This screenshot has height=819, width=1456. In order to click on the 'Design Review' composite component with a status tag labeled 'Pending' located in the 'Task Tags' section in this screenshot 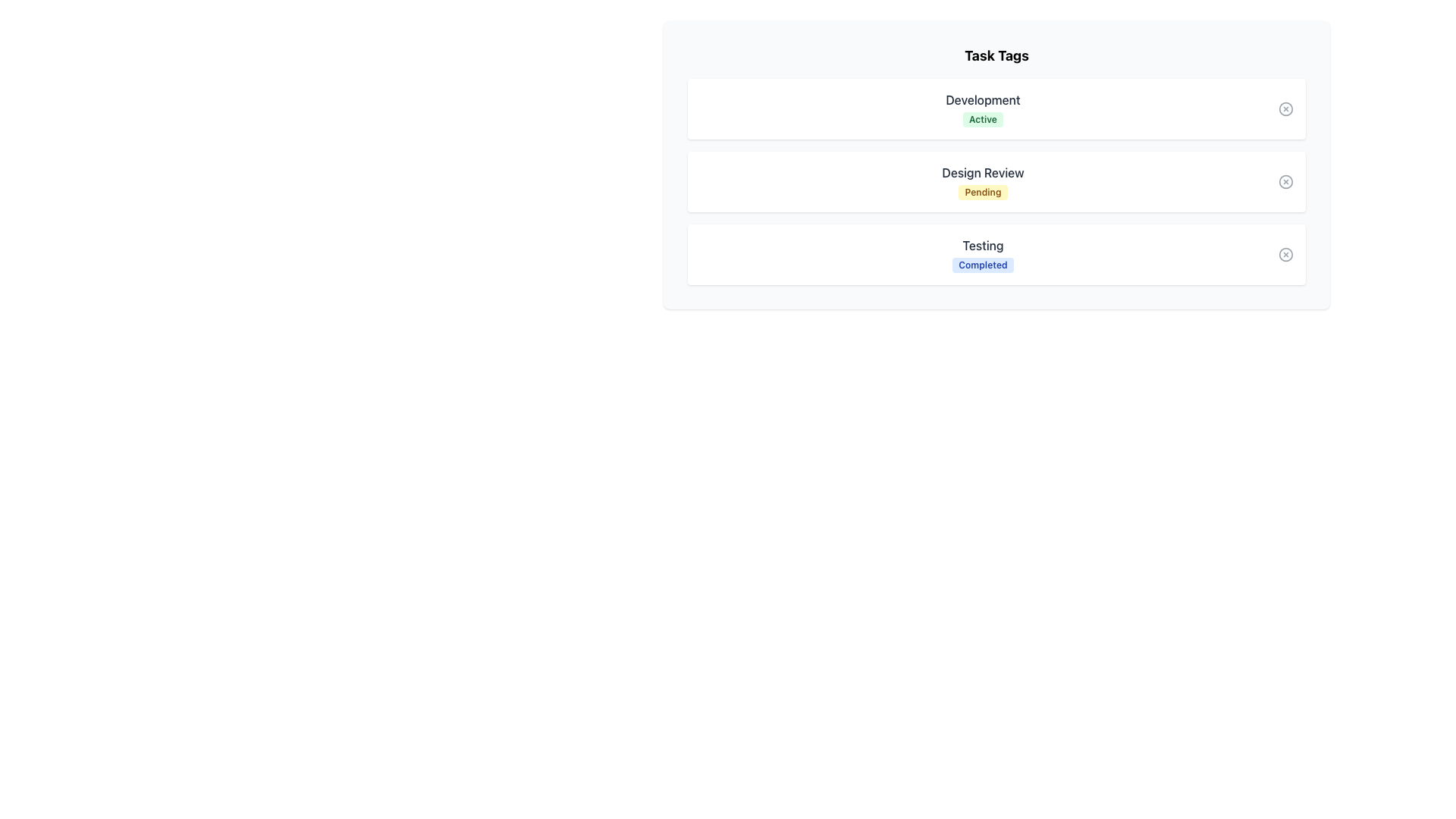, I will do `click(983, 180)`.